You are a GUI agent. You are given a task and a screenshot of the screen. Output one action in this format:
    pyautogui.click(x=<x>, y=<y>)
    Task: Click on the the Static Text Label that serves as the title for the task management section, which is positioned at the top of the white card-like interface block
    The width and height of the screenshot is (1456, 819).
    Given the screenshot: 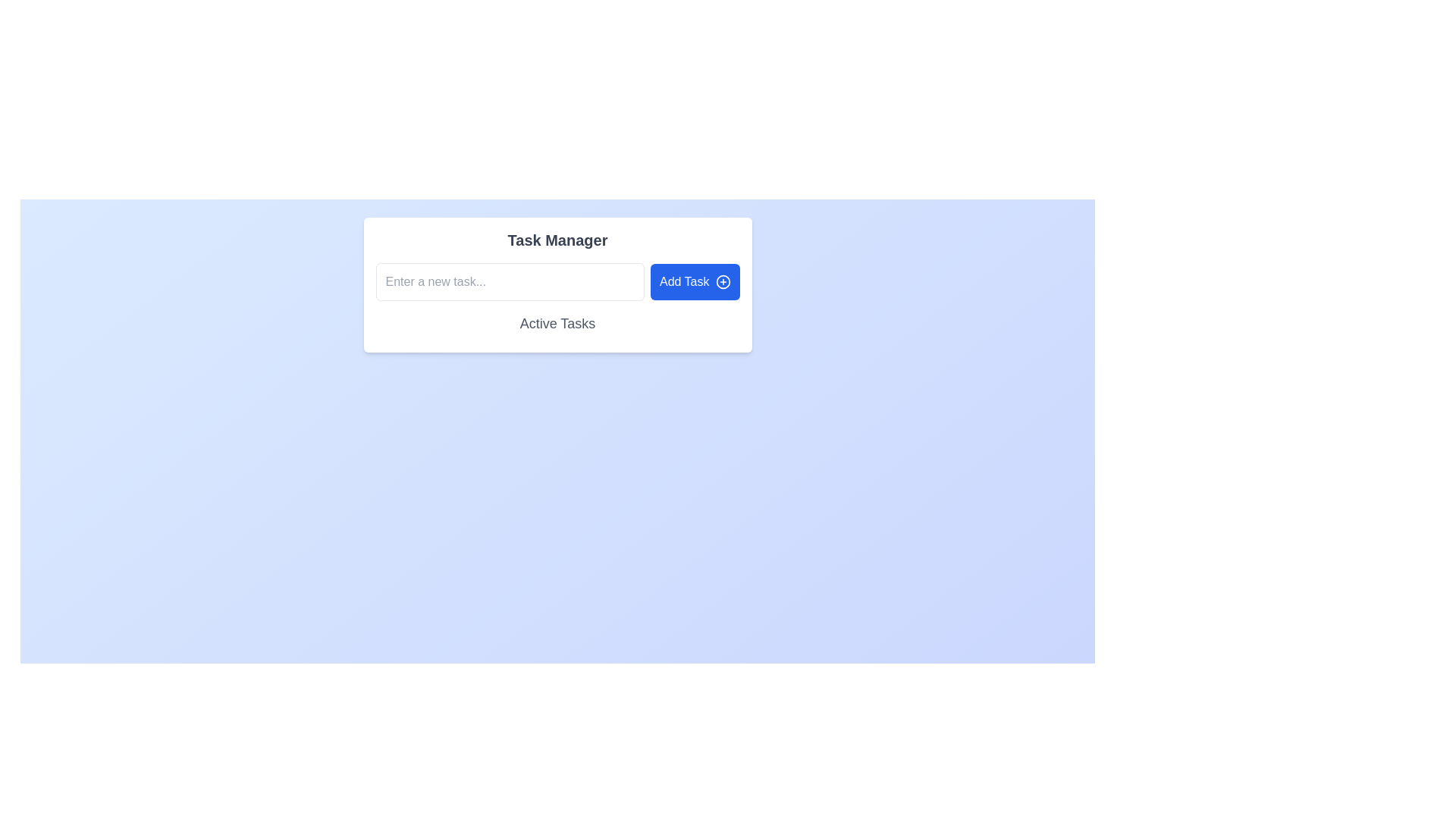 What is the action you would take?
    pyautogui.click(x=557, y=239)
    